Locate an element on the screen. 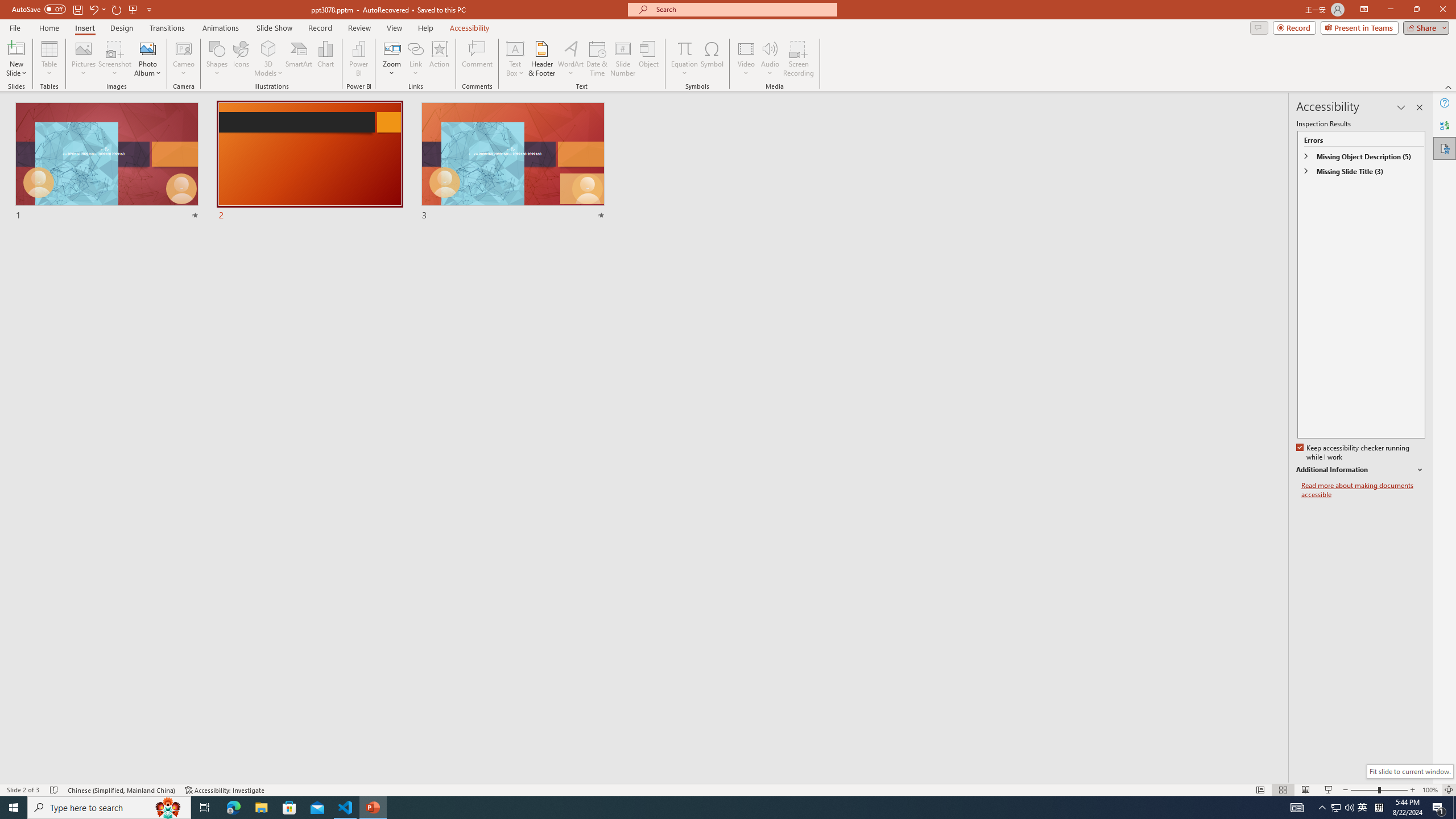 The height and width of the screenshot is (819, 1456). 'Collapse the Ribbon' is located at coordinates (1449, 87).